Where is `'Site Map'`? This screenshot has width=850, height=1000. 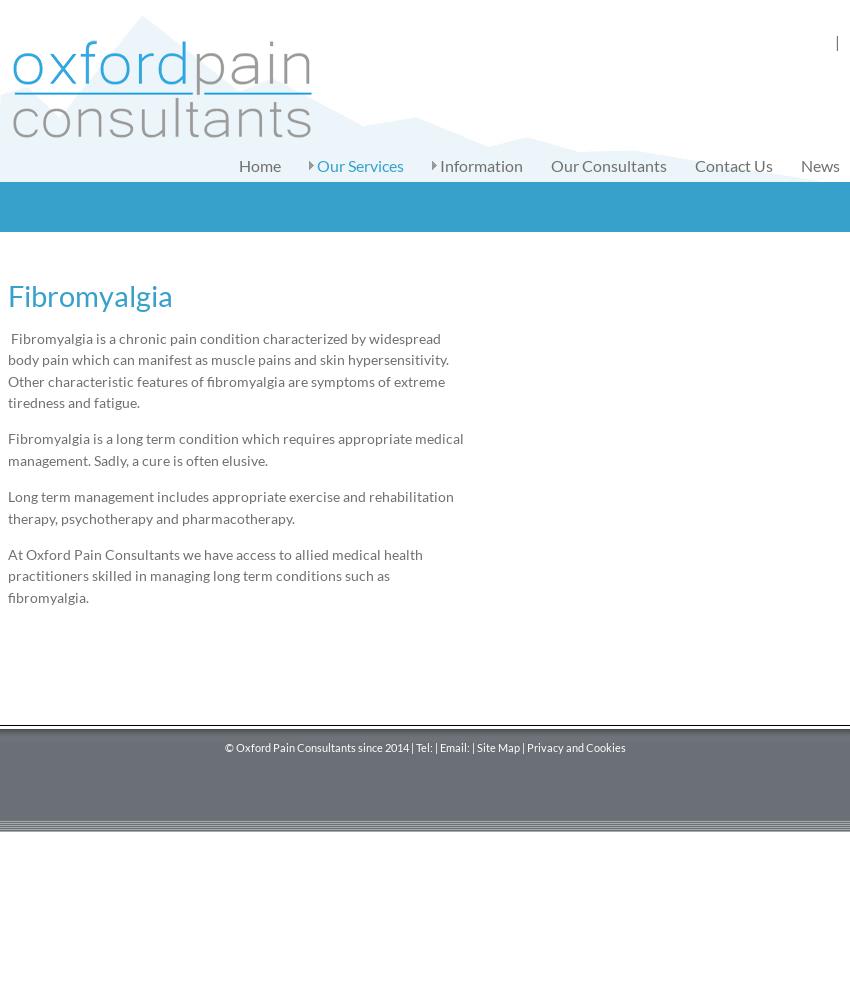 'Site Map' is located at coordinates (497, 745).